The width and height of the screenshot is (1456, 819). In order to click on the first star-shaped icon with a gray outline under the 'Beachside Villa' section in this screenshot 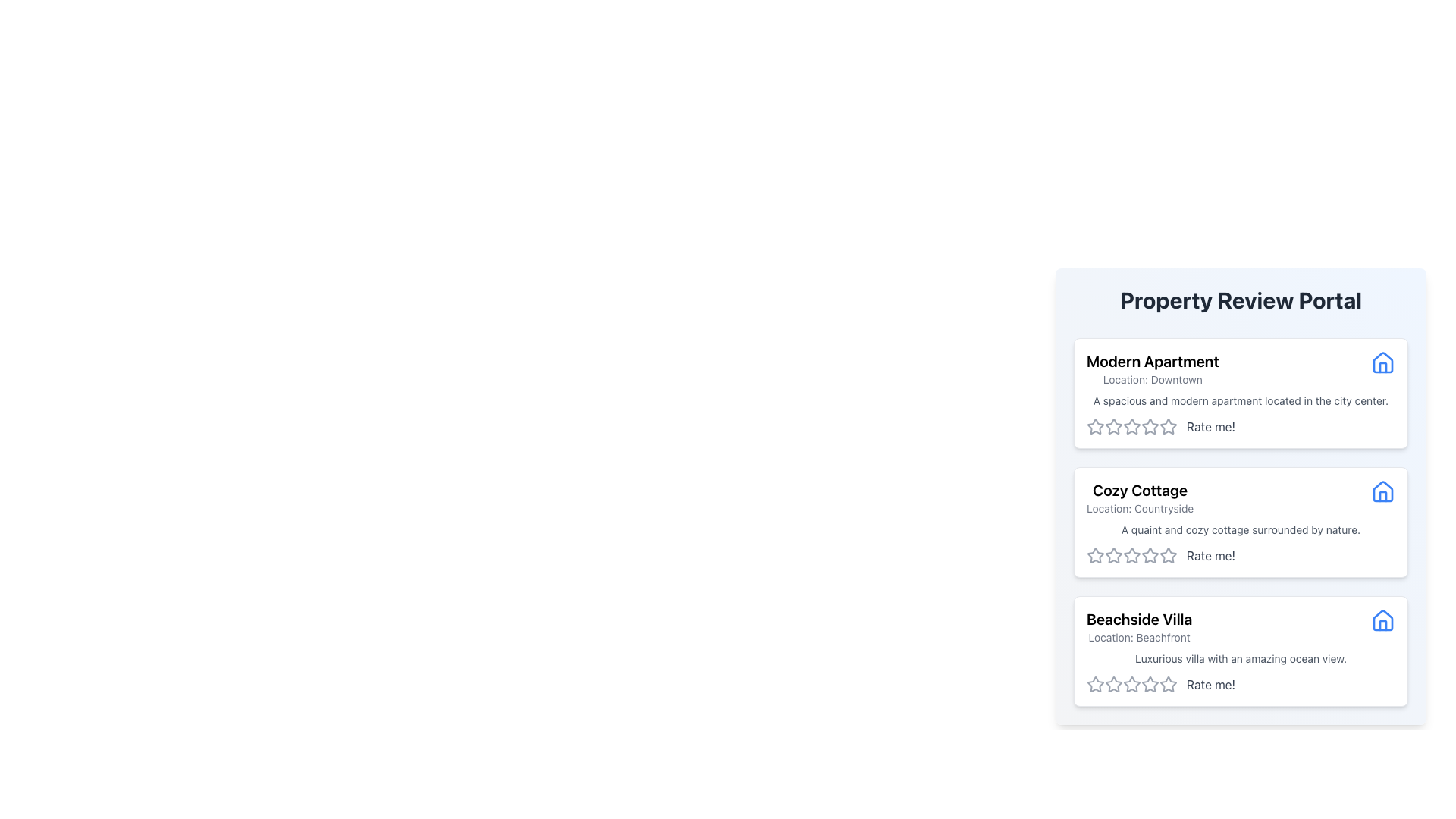, I will do `click(1095, 684)`.